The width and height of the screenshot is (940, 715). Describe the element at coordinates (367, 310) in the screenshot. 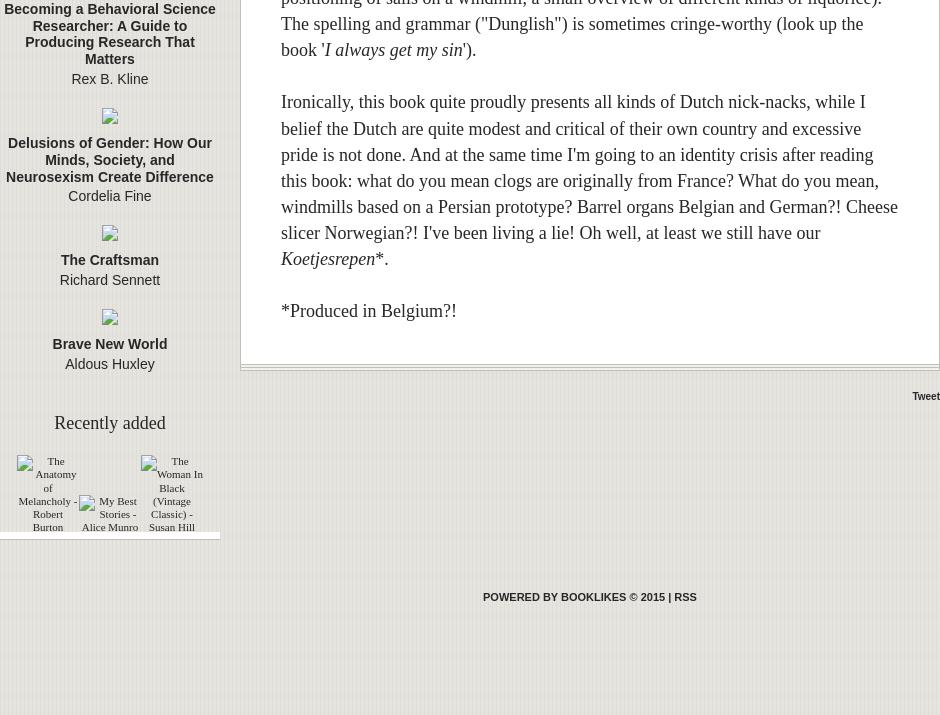

I see `'*Produced in Belgium?!'` at that location.